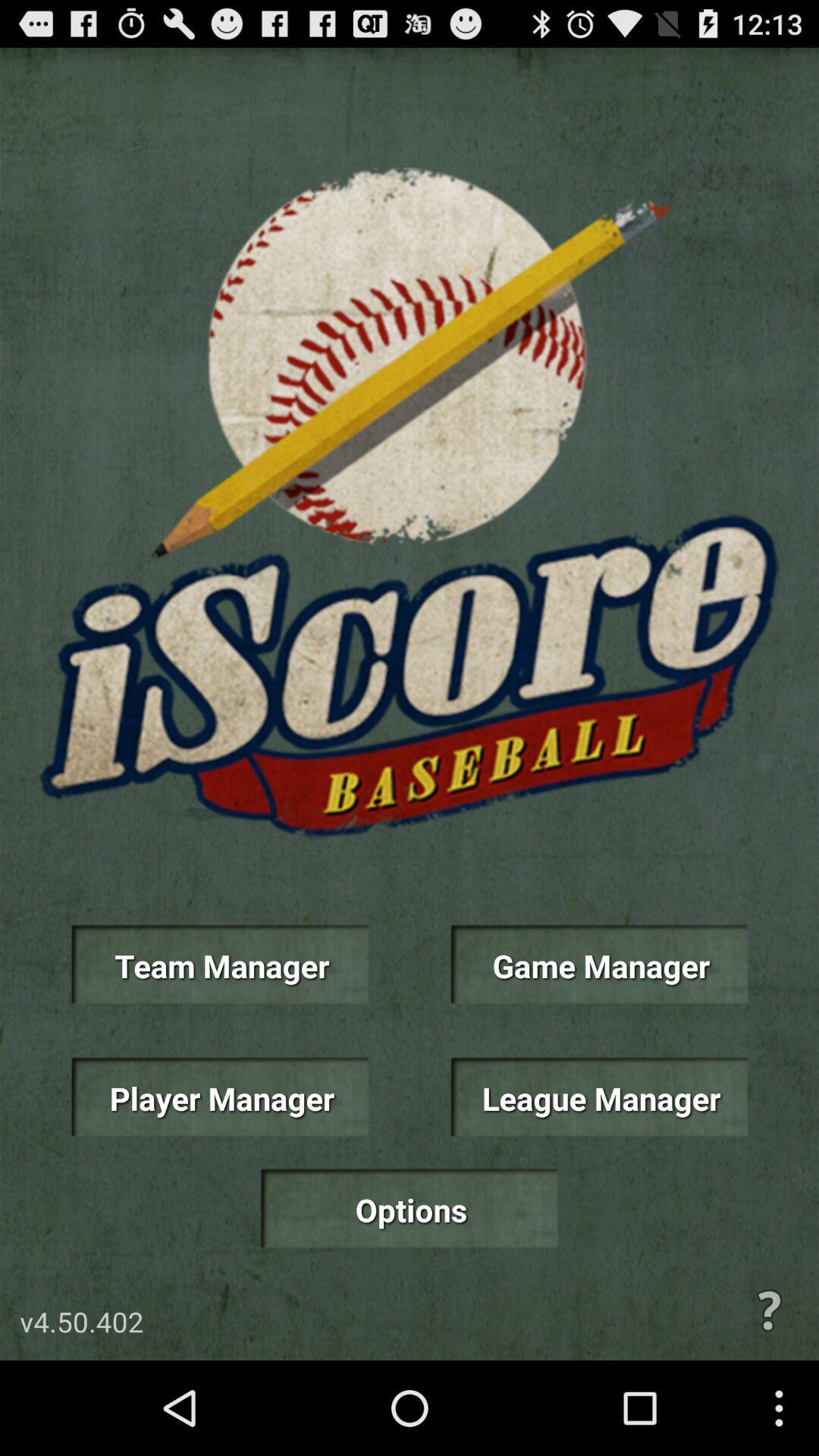 The width and height of the screenshot is (819, 1456). What do you see at coordinates (769, 1310) in the screenshot?
I see `the icon below league manager button` at bounding box center [769, 1310].